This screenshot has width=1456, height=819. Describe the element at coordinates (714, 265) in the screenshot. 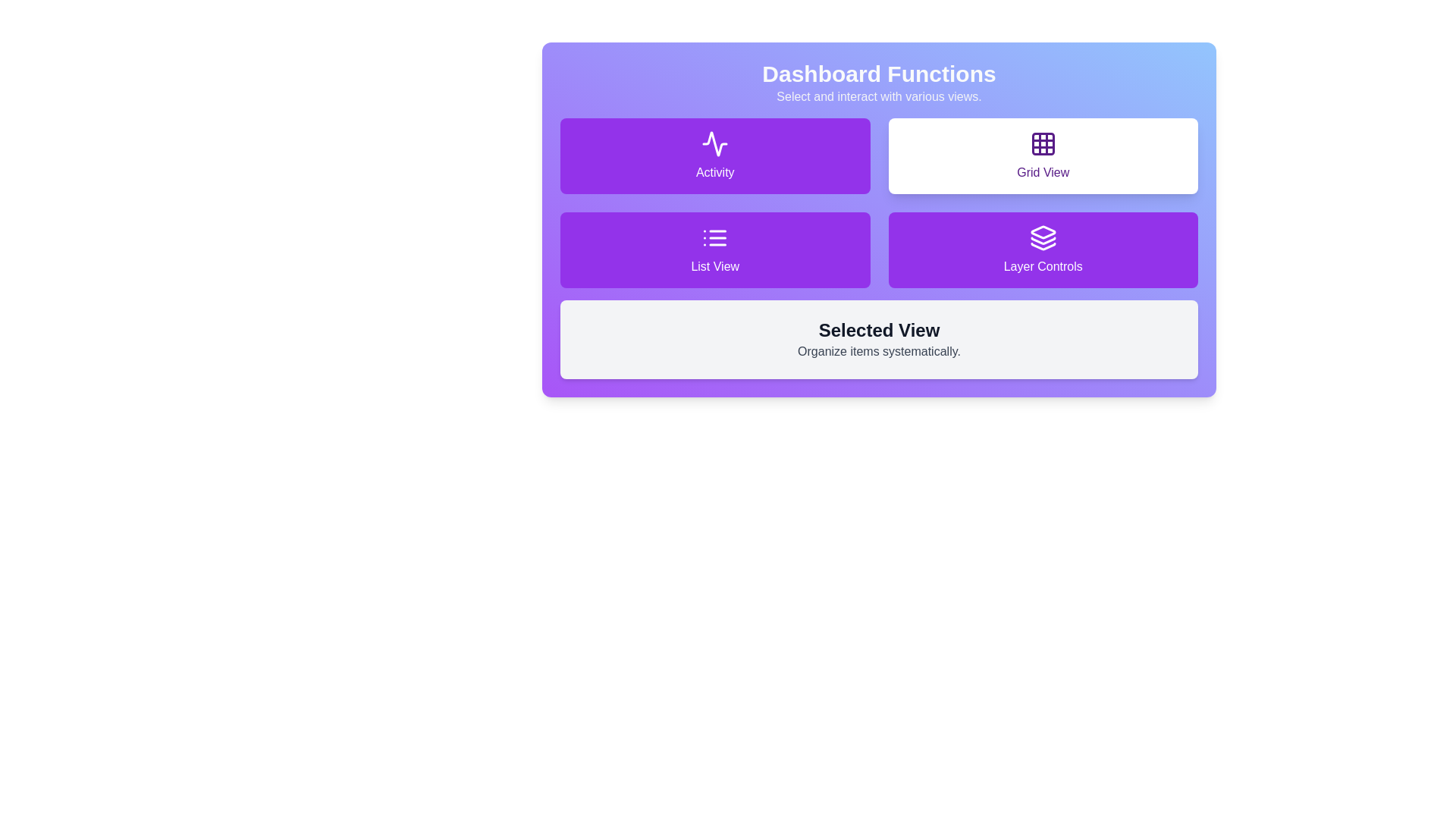

I see `text of the label indicating the action associated with the button to switch to a list view interface, located in the second row, first column of the grid under 'Dashboard Functions'` at that location.